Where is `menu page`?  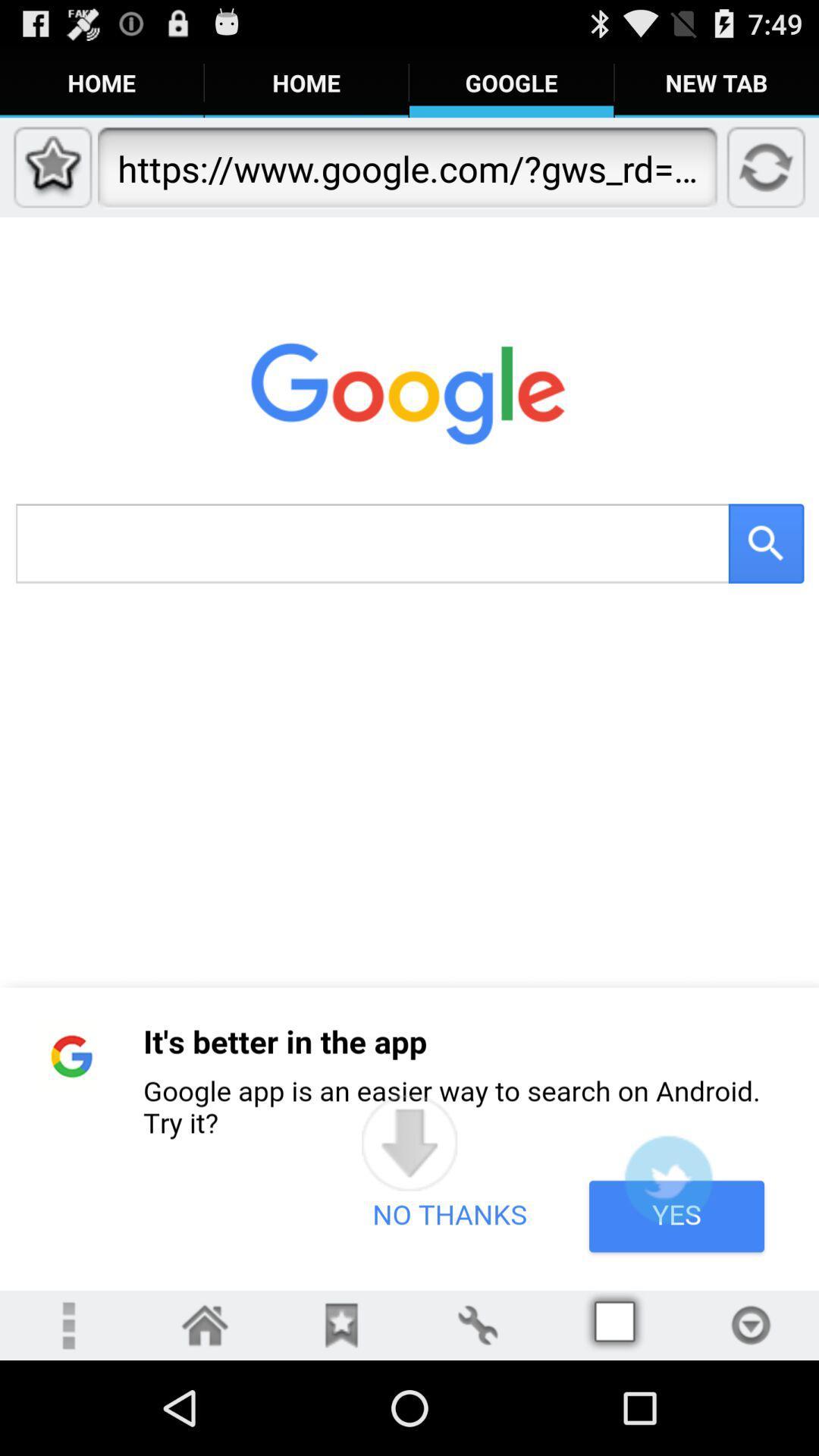 menu page is located at coordinates (205, 1324).